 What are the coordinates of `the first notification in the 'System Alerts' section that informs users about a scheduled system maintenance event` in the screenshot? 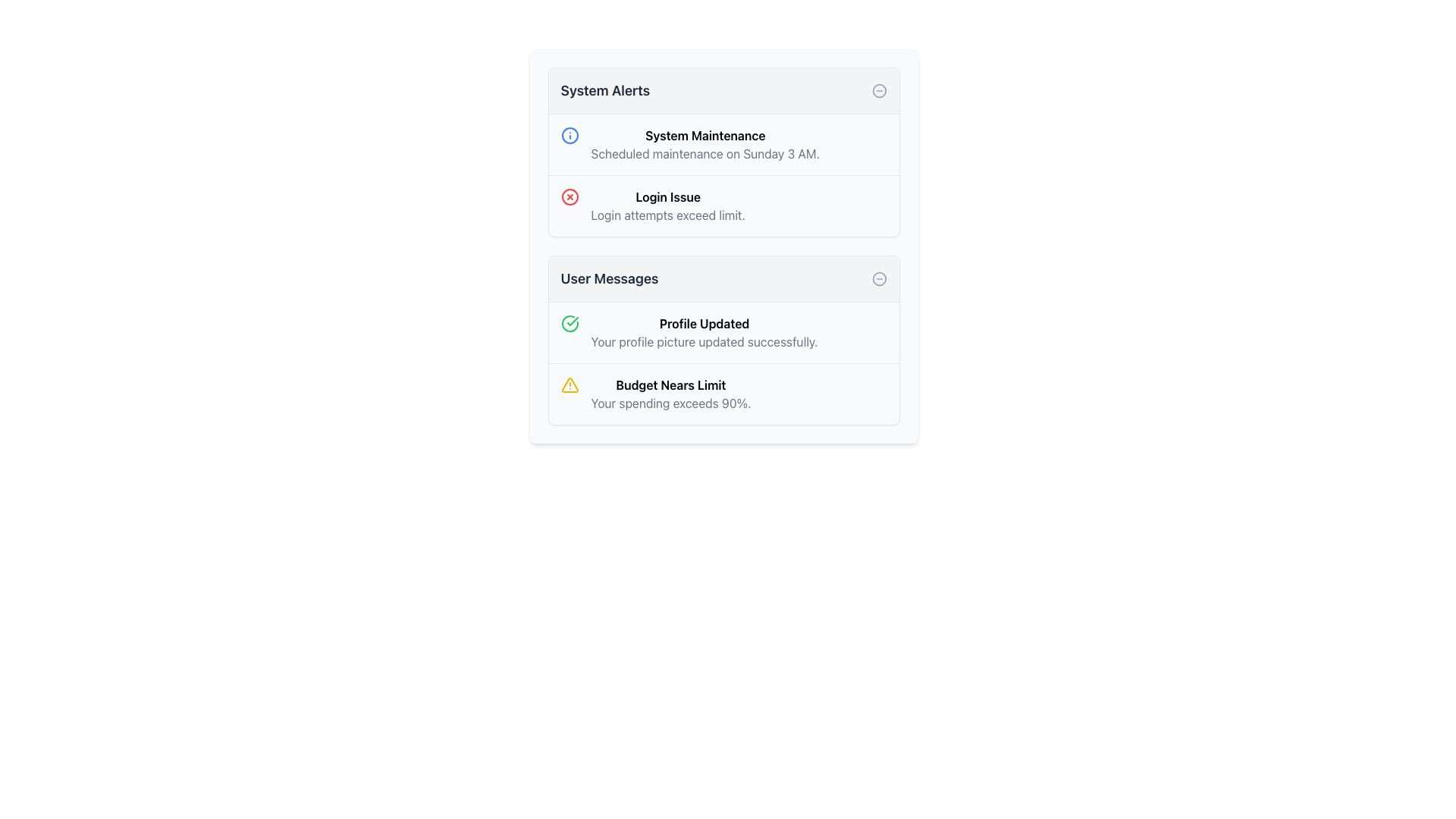 It's located at (723, 145).